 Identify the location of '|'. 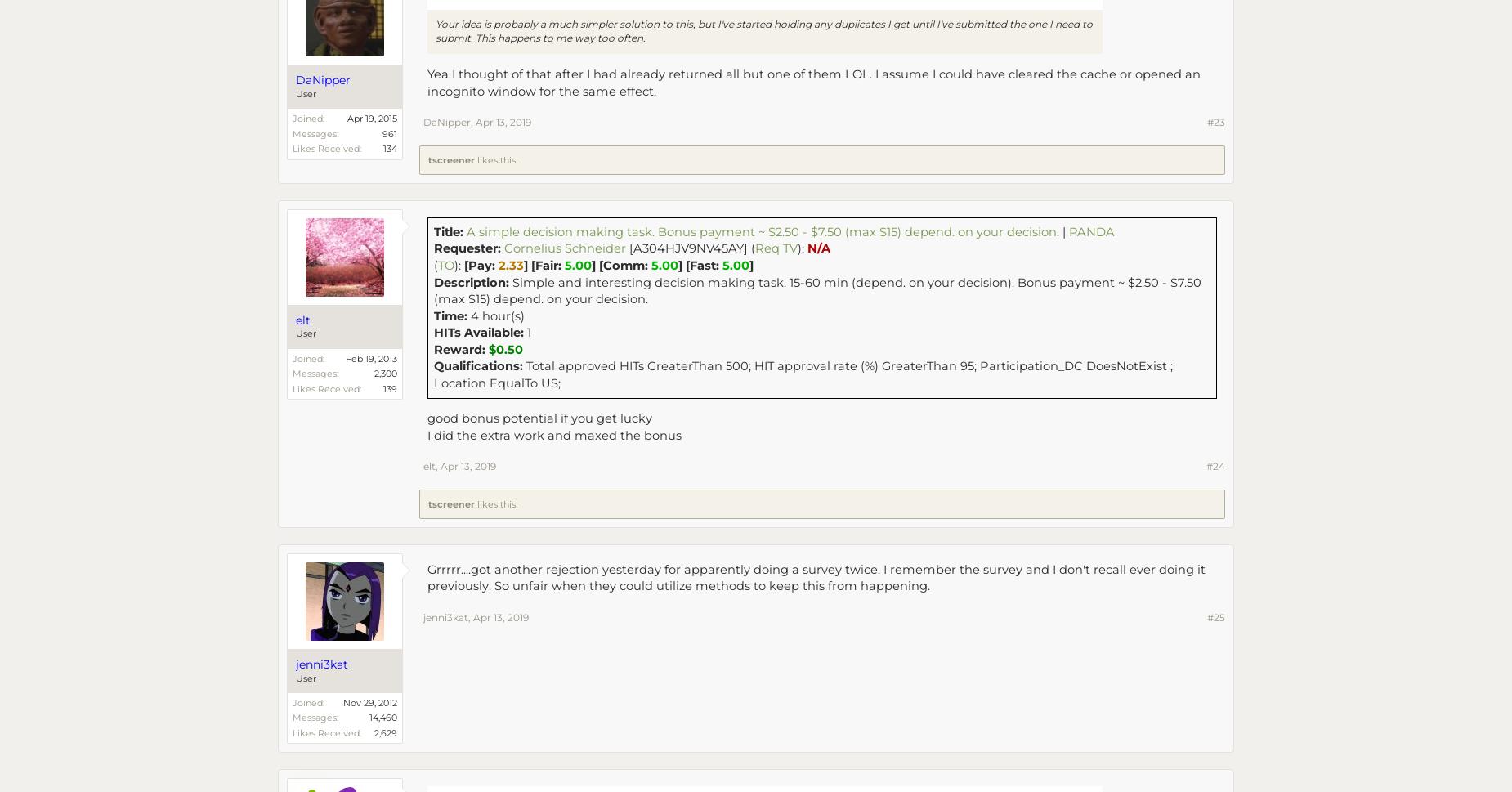
(1063, 231).